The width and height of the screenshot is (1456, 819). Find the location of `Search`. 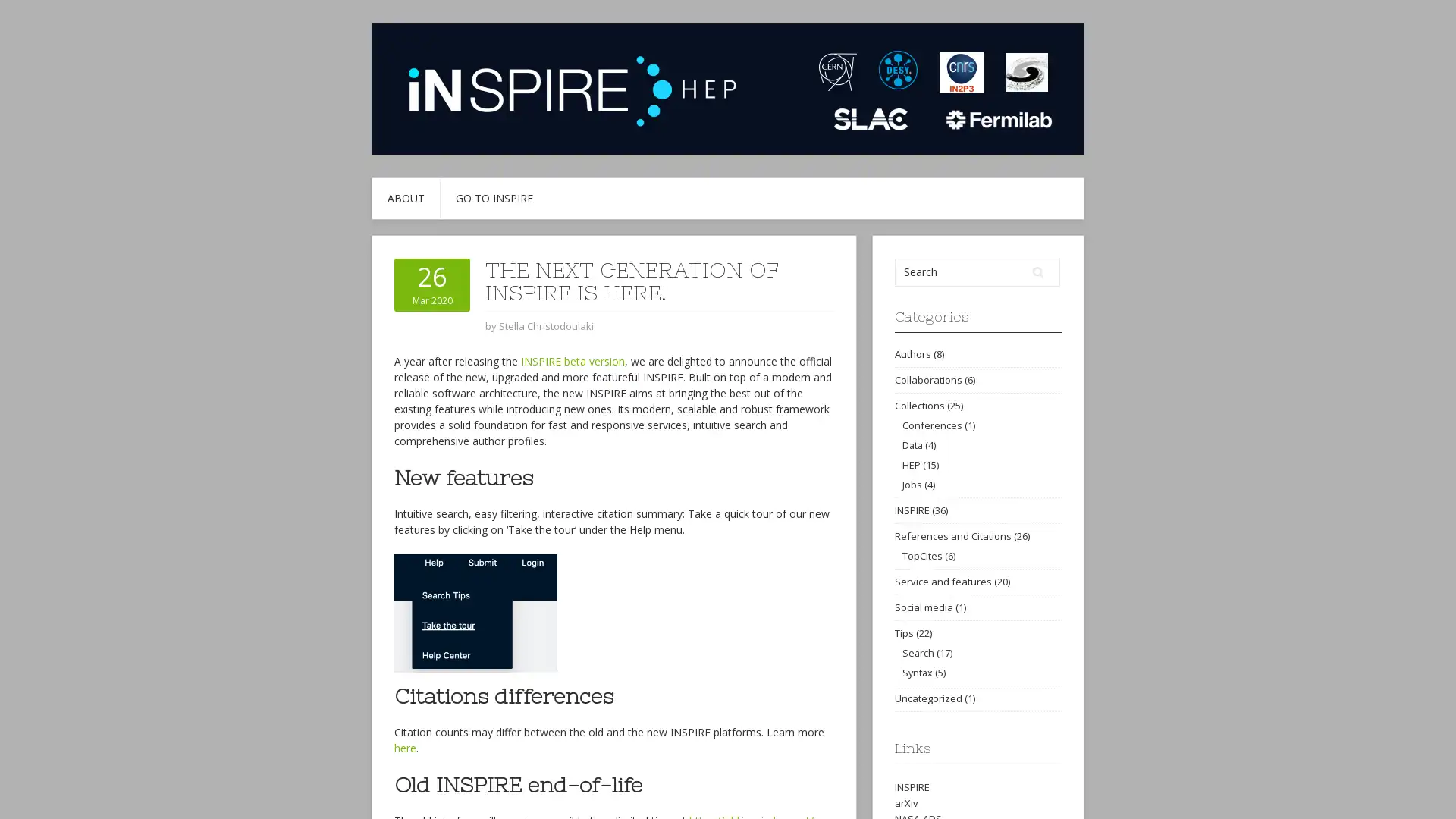

Search is located at coordinates (1037, 271).